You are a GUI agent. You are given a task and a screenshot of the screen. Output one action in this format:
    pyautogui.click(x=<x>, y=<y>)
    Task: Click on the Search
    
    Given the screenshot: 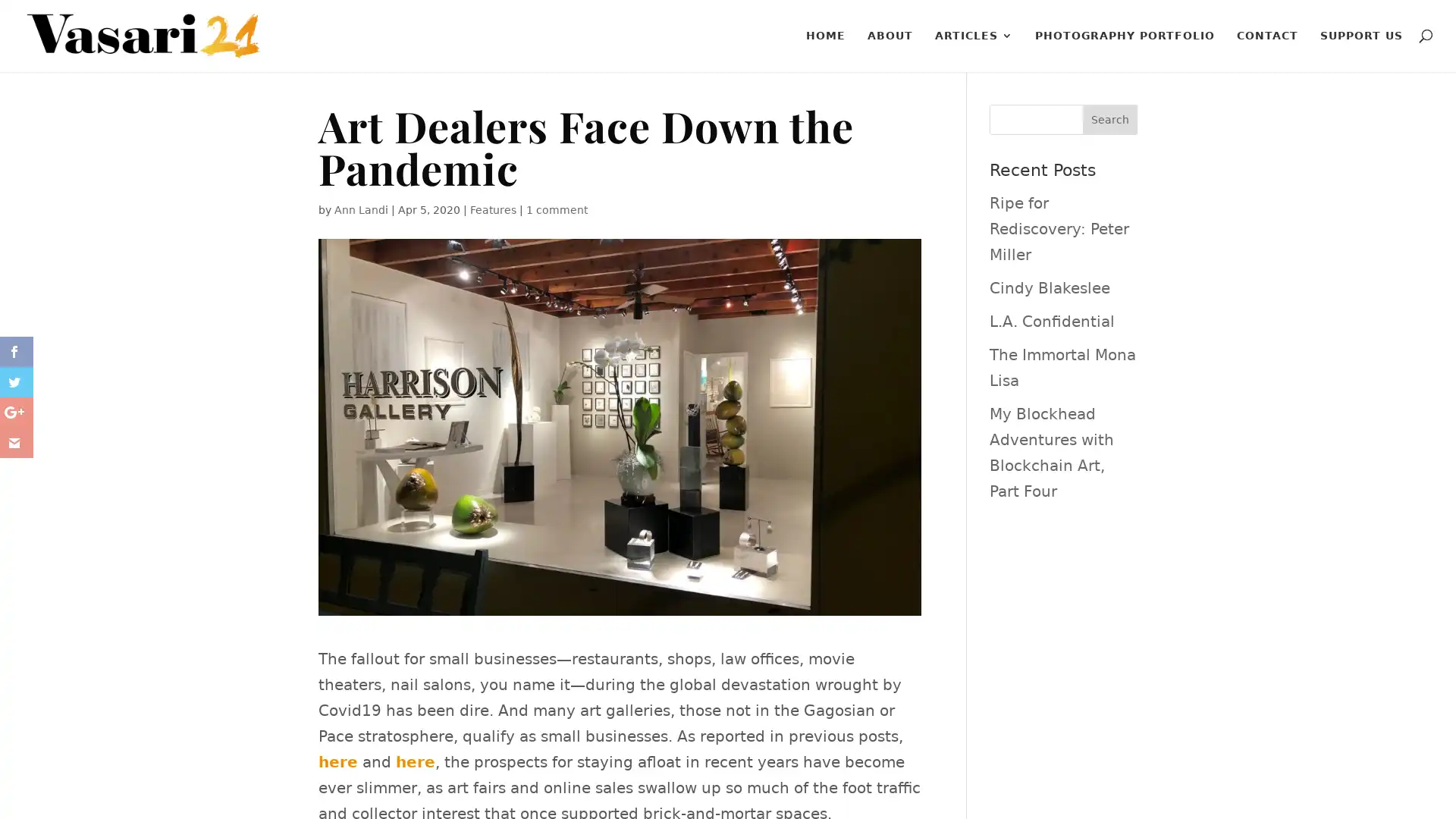 What is the action you would take?
    pyautogui.click(x=1109, y=119)
    